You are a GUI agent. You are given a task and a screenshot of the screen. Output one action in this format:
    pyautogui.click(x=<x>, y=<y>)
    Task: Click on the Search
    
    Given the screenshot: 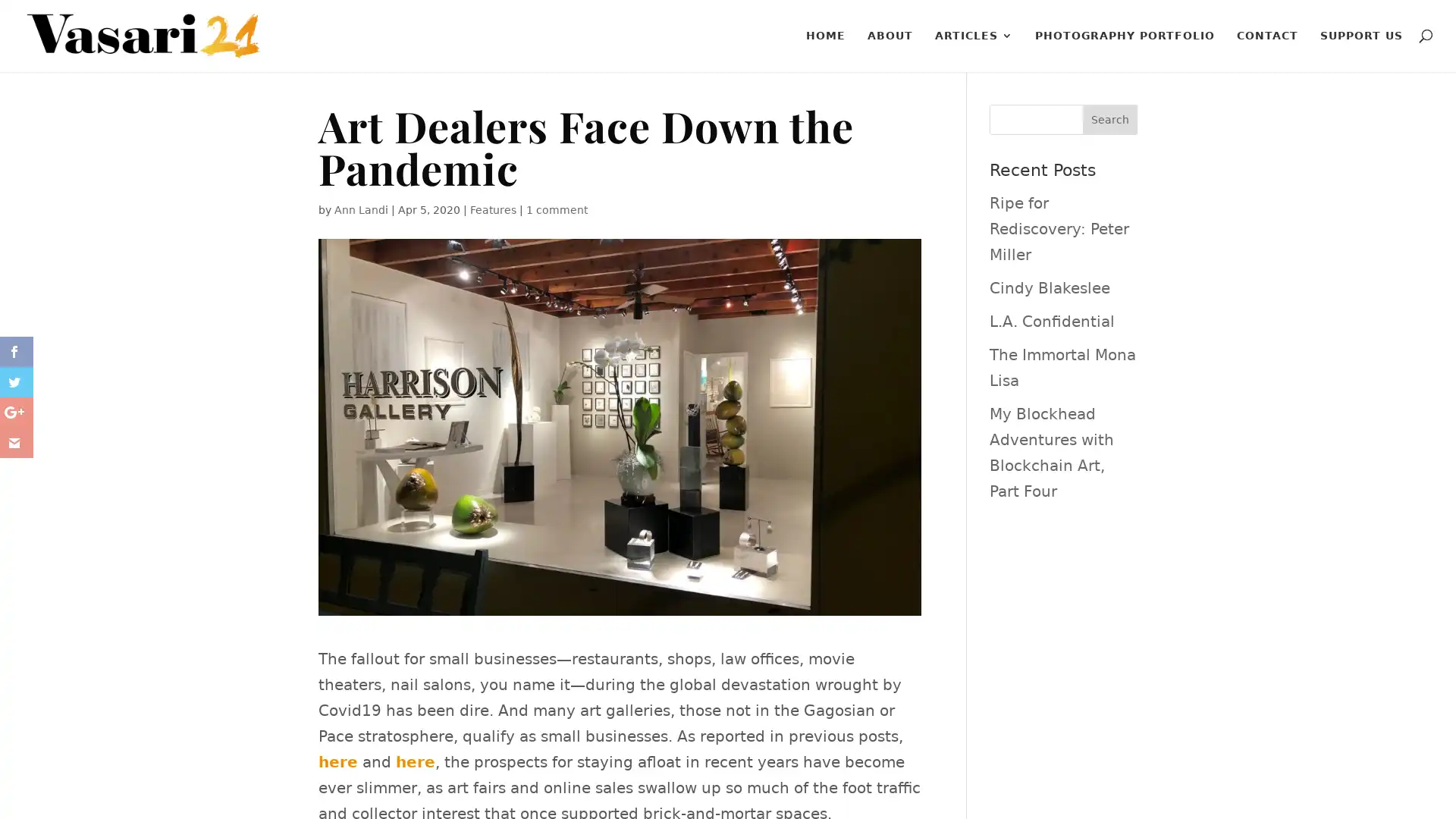 What is the action you would take?
    pyautogui.click(x=1109, y=119)
    